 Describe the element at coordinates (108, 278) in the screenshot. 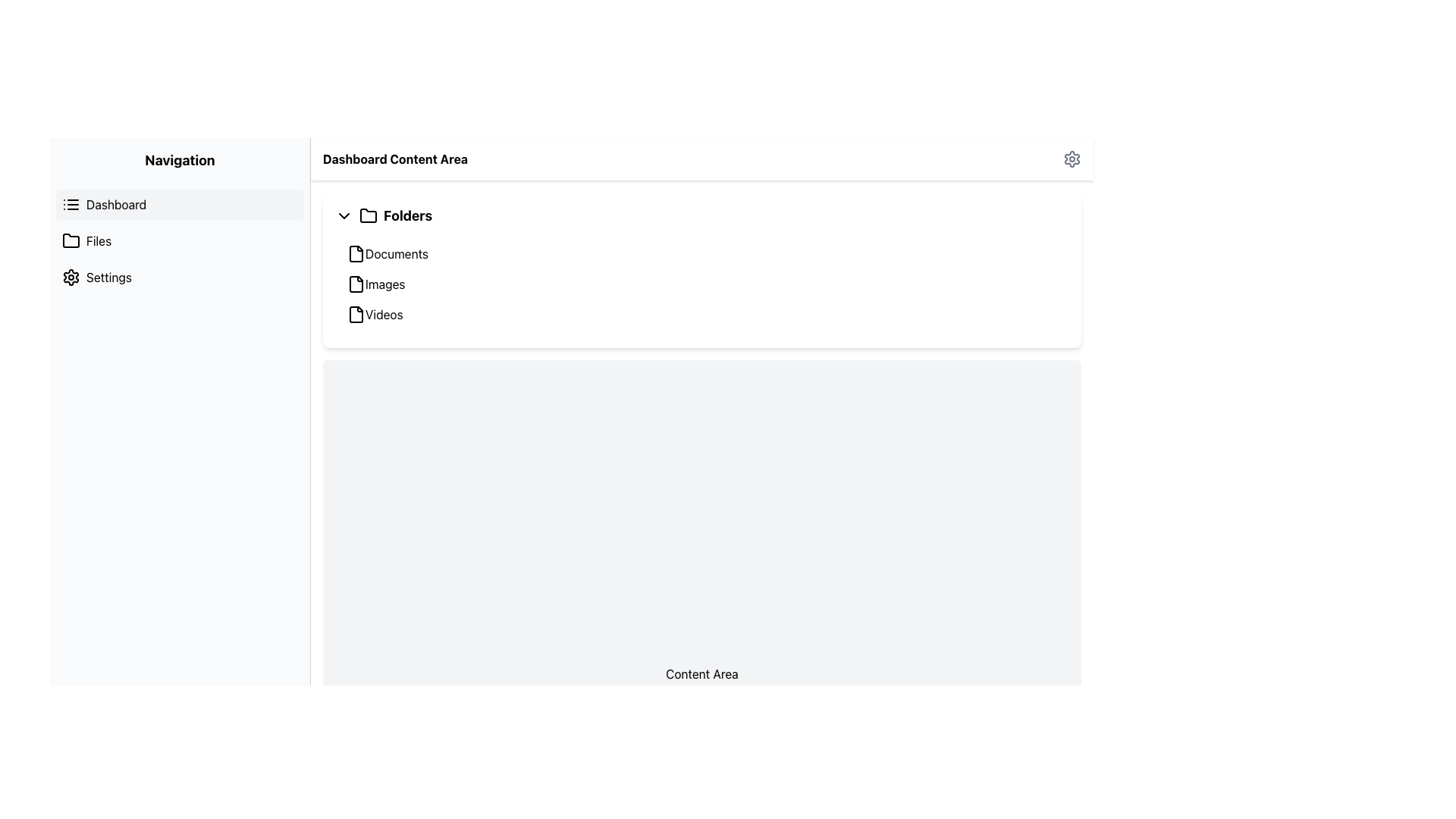

I see `the text label displaying 'Settings' located in the navigation sidebar` at that location.